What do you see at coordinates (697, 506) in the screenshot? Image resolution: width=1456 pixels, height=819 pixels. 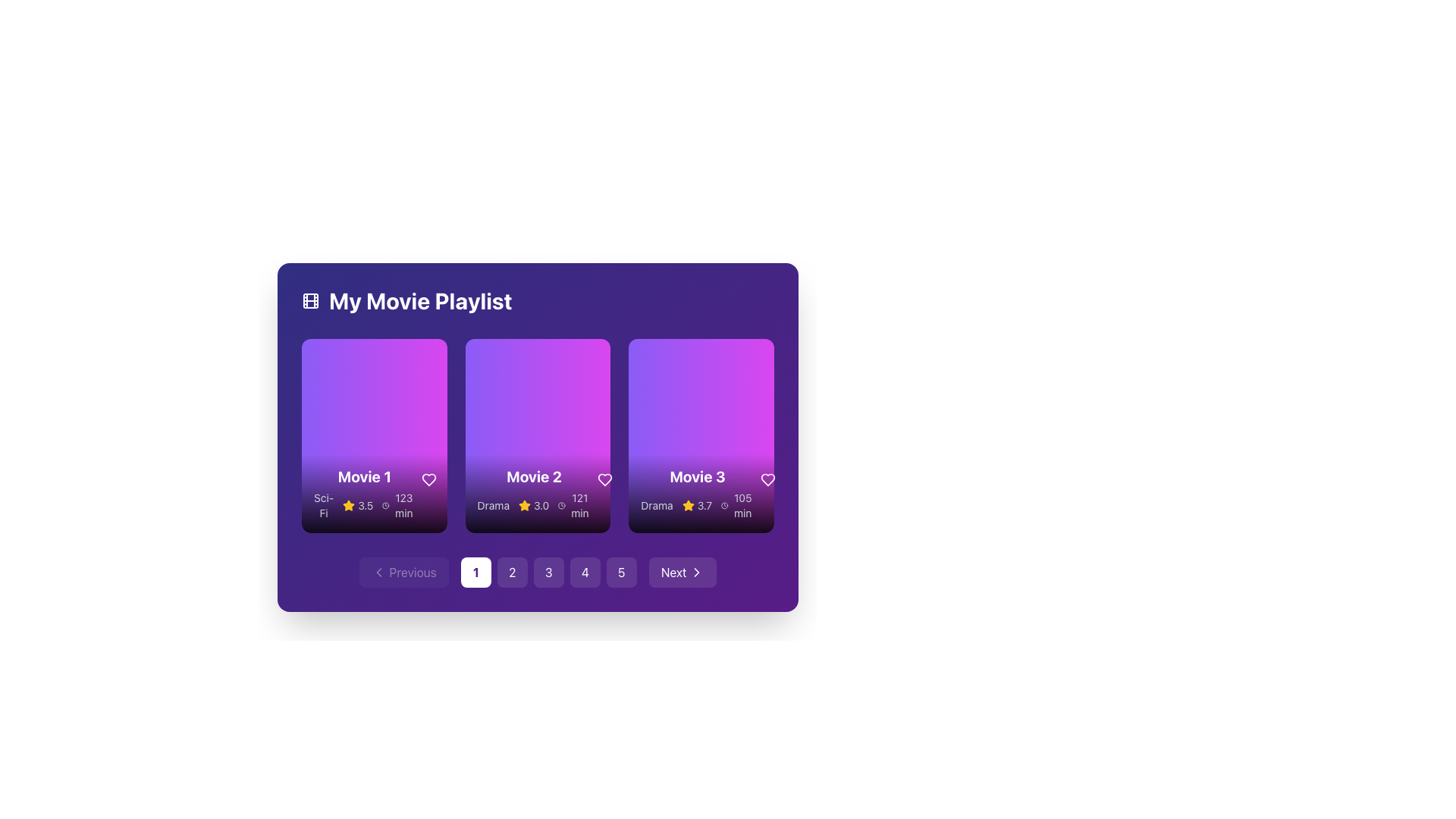 I see `the informational text block displaying 'Drama 3.7 105 min'` at bounding box center [697, 506].